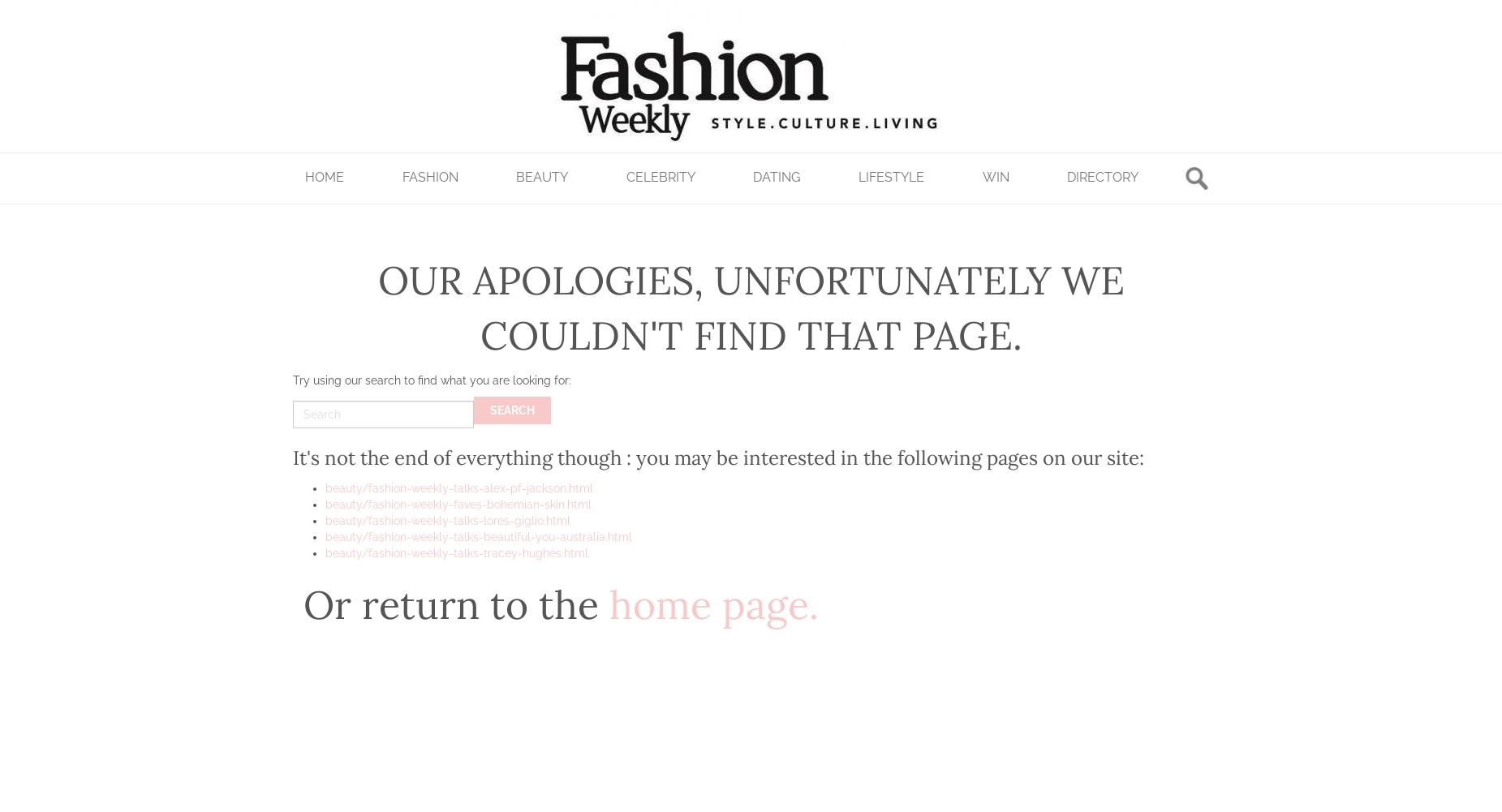 The width and height of the screenshot is (1502, 812). I want to click on 'beauty/fashion-weekly-talks-alex-pf-jackson.html', so click(458, 488).